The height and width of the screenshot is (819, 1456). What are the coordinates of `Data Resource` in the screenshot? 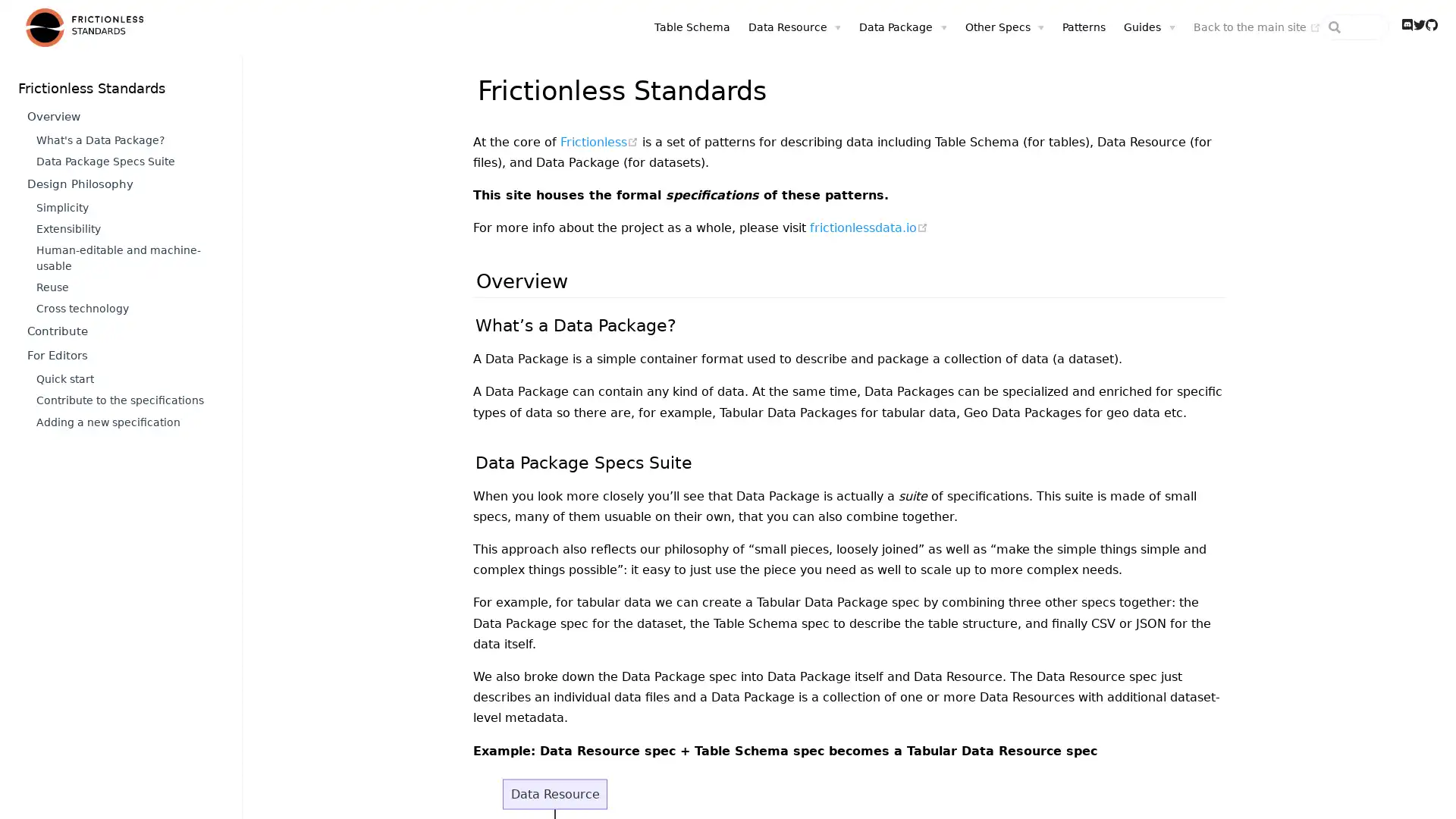 It's located at (709, 27).